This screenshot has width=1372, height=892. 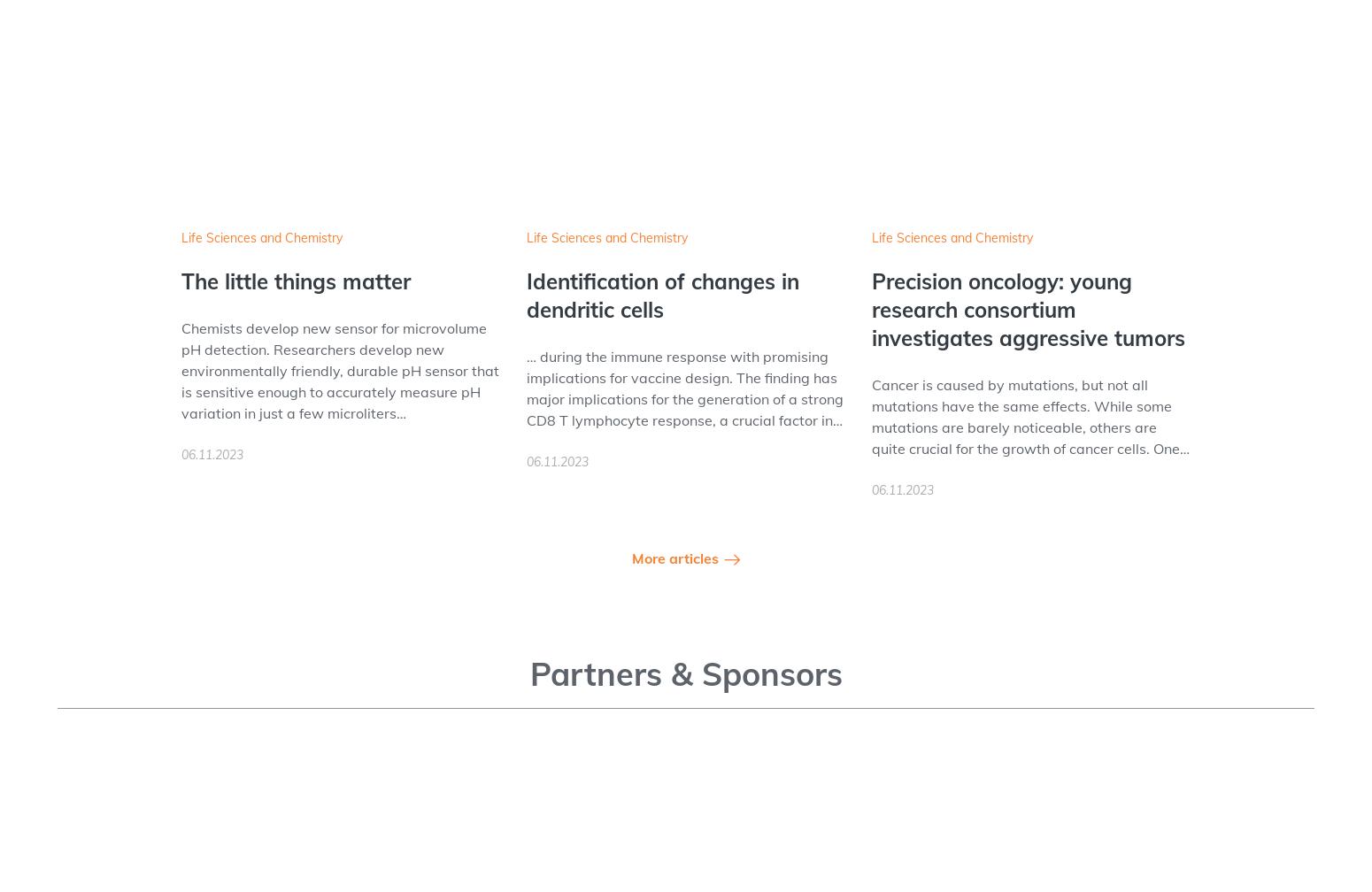 I want to click on 'Identification of changes in dendritic cells', so click(x=662, y=295).